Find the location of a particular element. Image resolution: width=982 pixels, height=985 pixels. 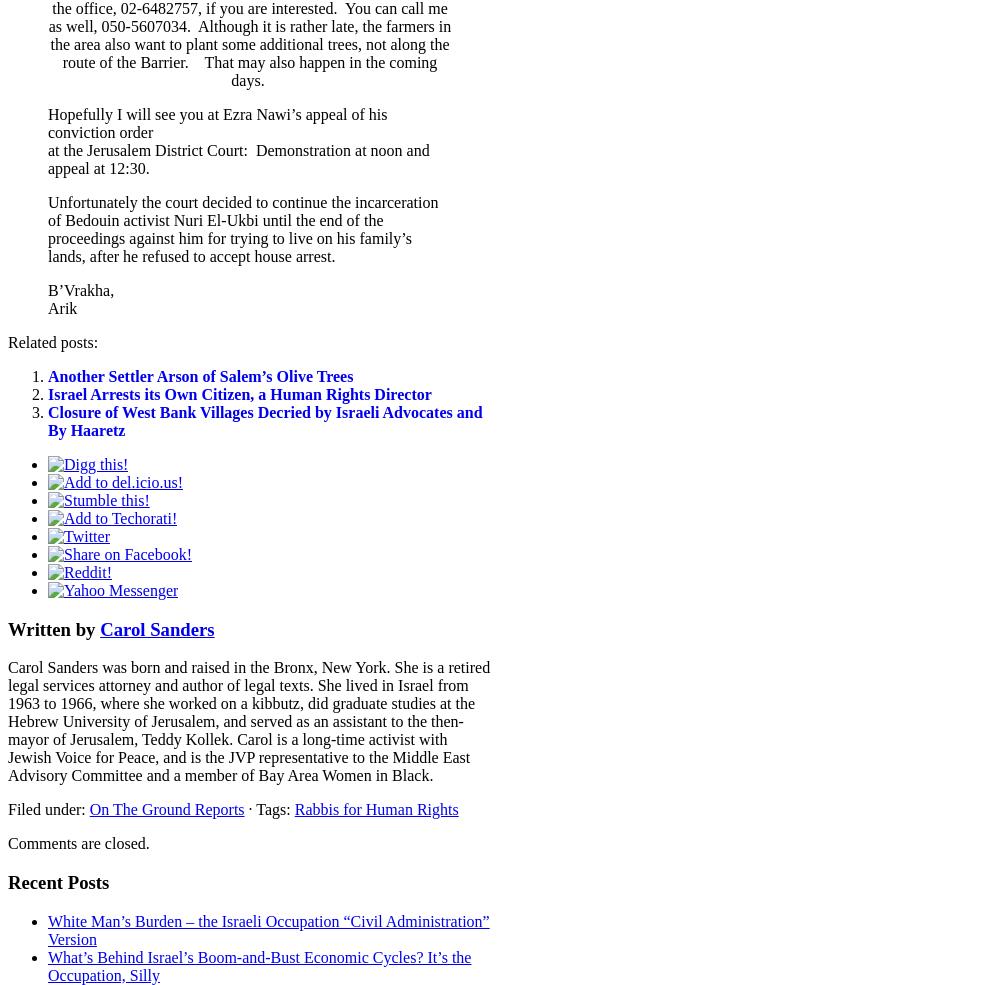

'White Man’s Burden – the Israeli Occupation “Civil Administration” Version' is located at coordinates (268, 929).